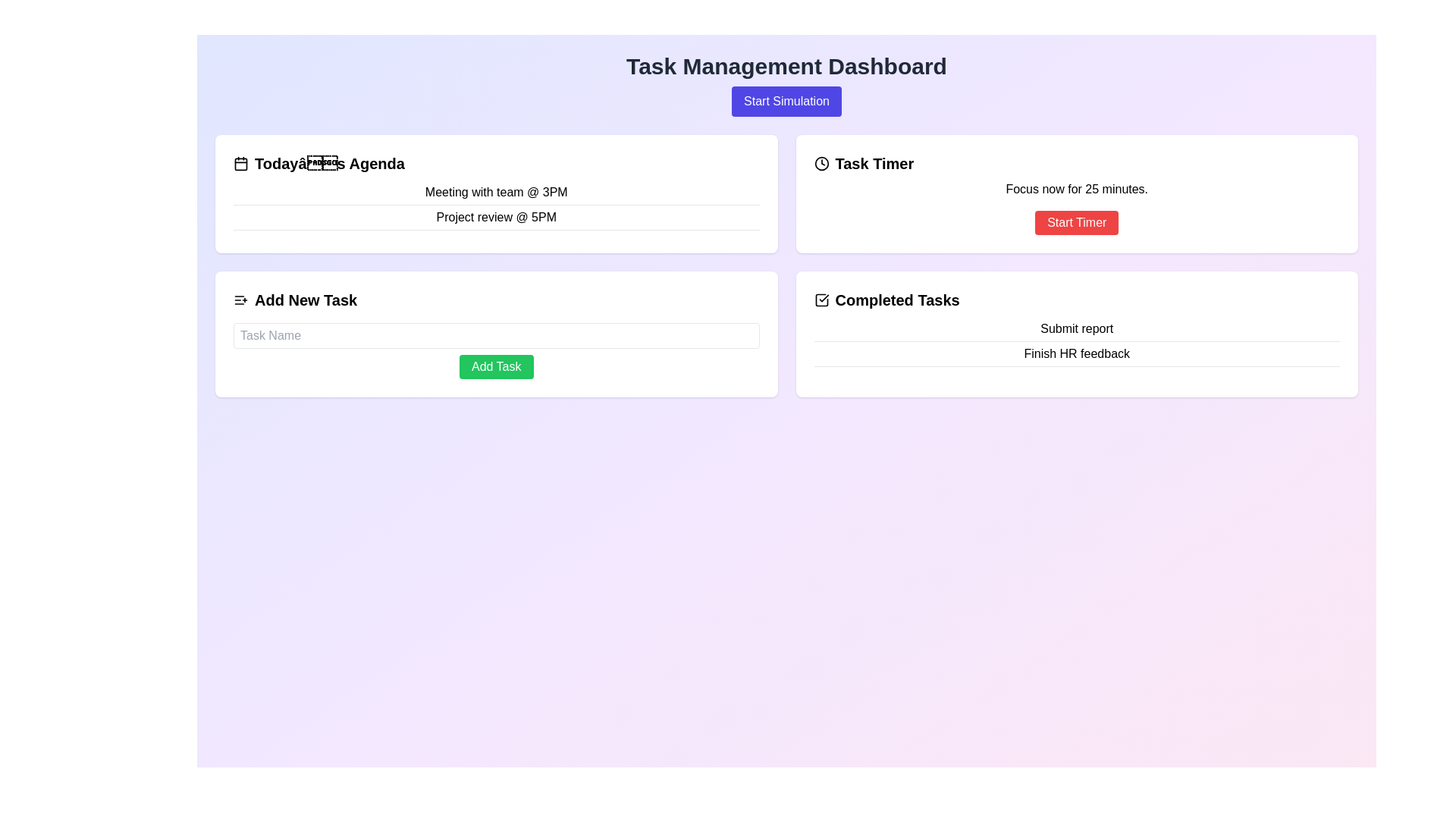  What do you see at coordinates (1076, 354) in the screenshot?
I see `the text element labeled 'Finish HR feedback,' which is the second task in the 'Completed Tasks' section, positioned below 'Submit report.'` at bounding box center [1076, 354].